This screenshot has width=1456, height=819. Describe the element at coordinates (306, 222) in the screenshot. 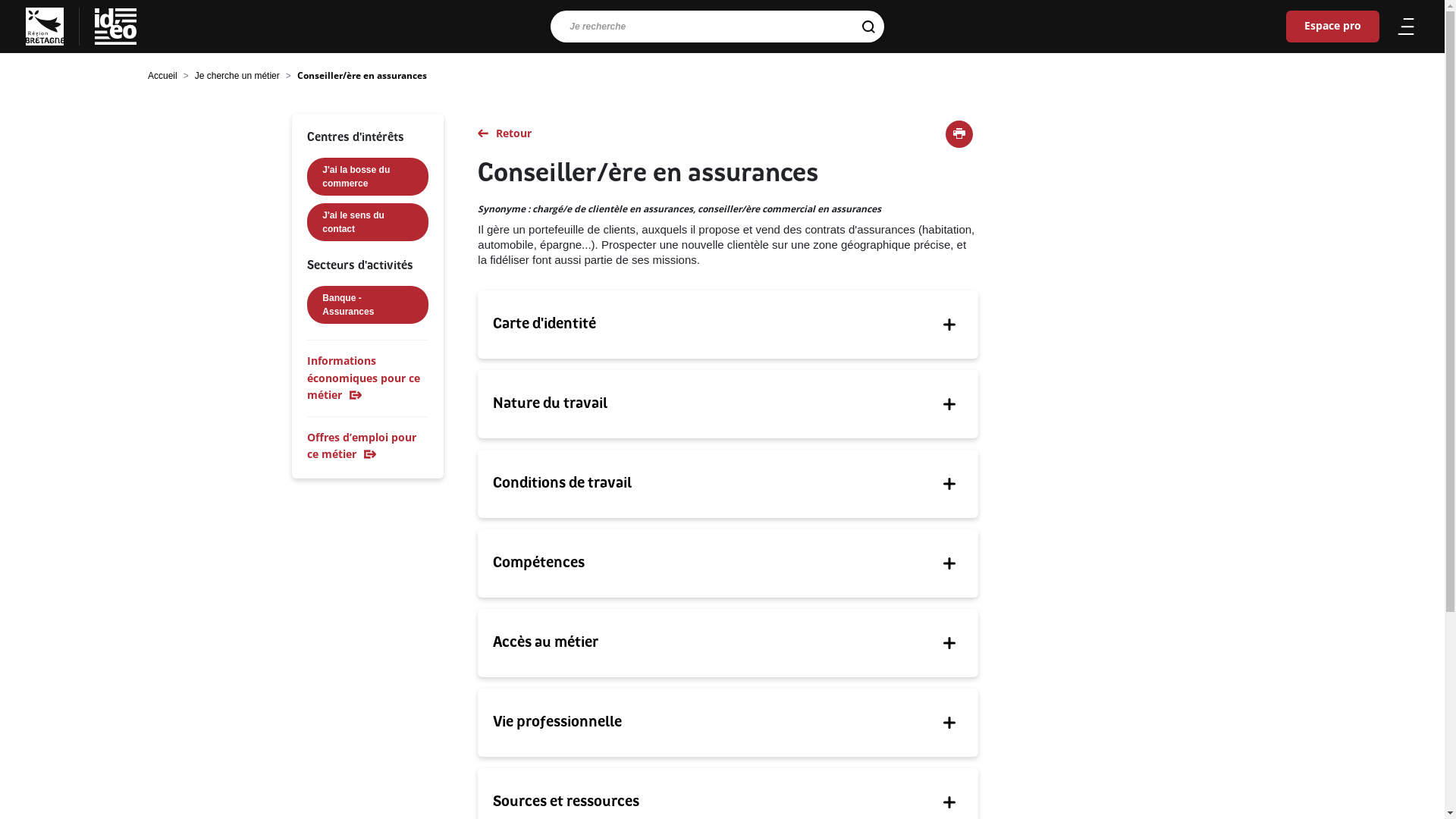

I see `'J'ai le sens du contact'` at that location.